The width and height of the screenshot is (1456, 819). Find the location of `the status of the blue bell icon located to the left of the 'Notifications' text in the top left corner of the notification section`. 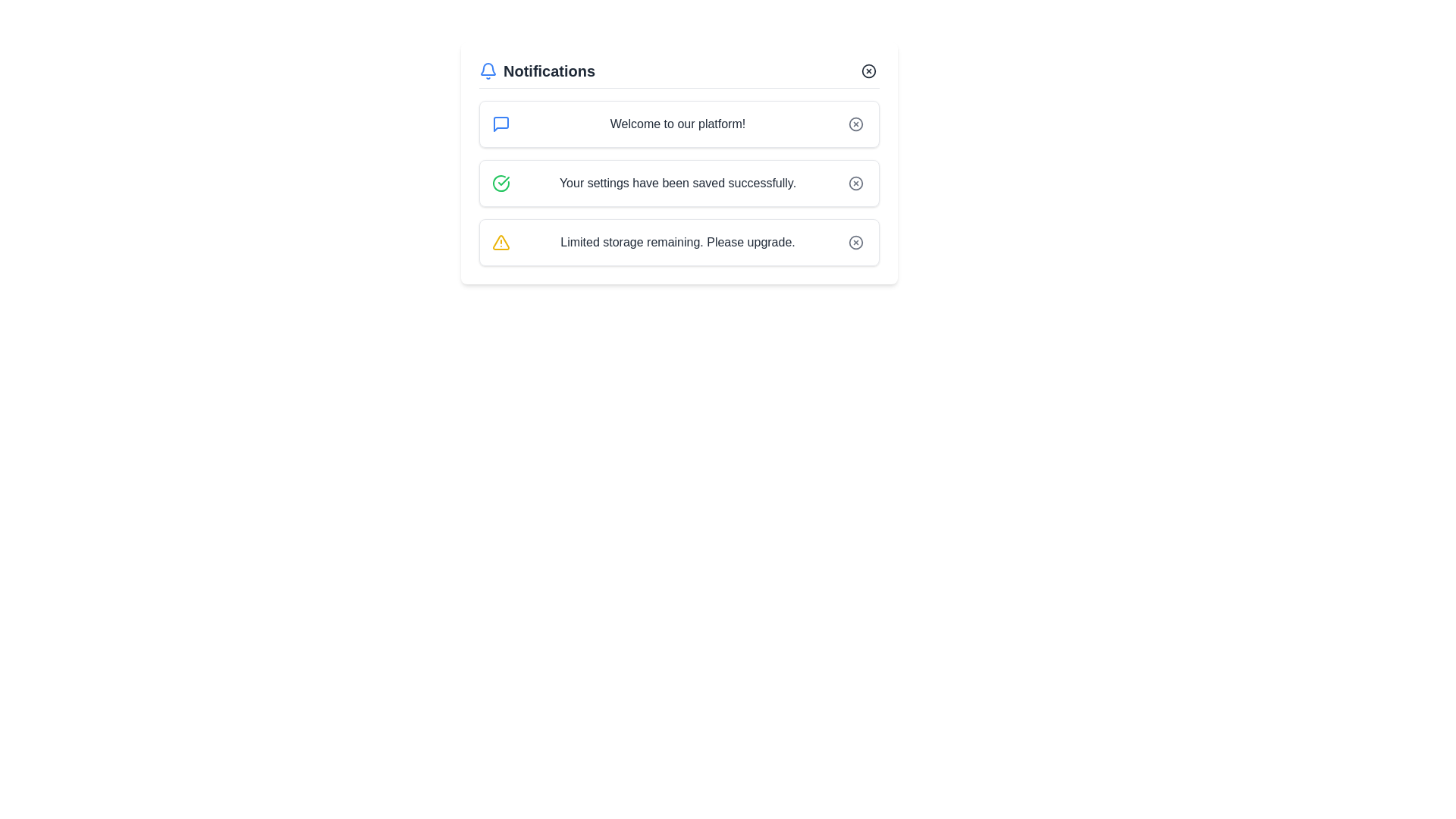

the status of the blue bell icon located to the left of the 'Notifications' text in the top left corner of the notification section is located at coordinates (488, 71).